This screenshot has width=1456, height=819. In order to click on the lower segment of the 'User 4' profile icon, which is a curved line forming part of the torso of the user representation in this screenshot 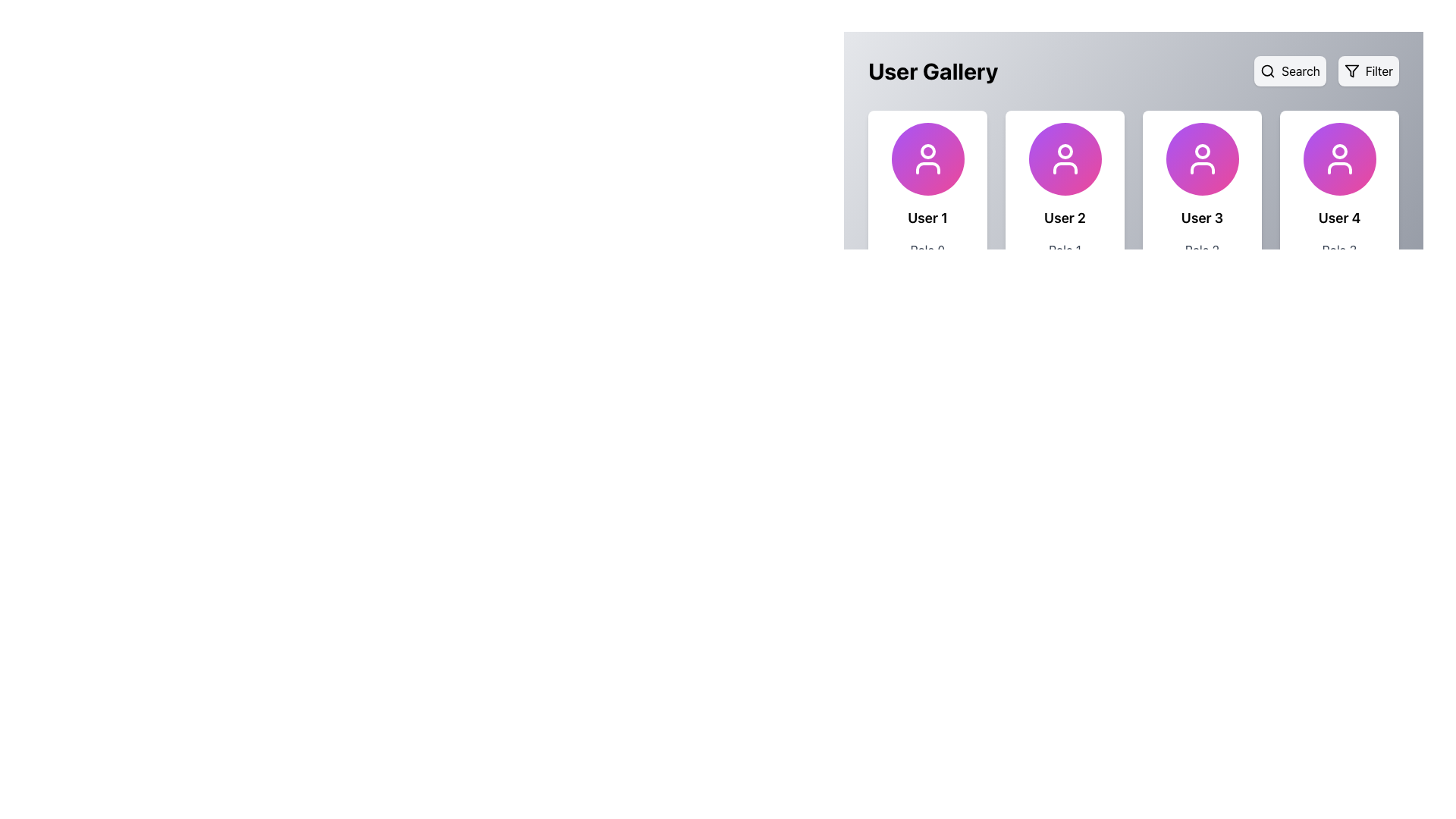, I will do `click(1339, 168)`.